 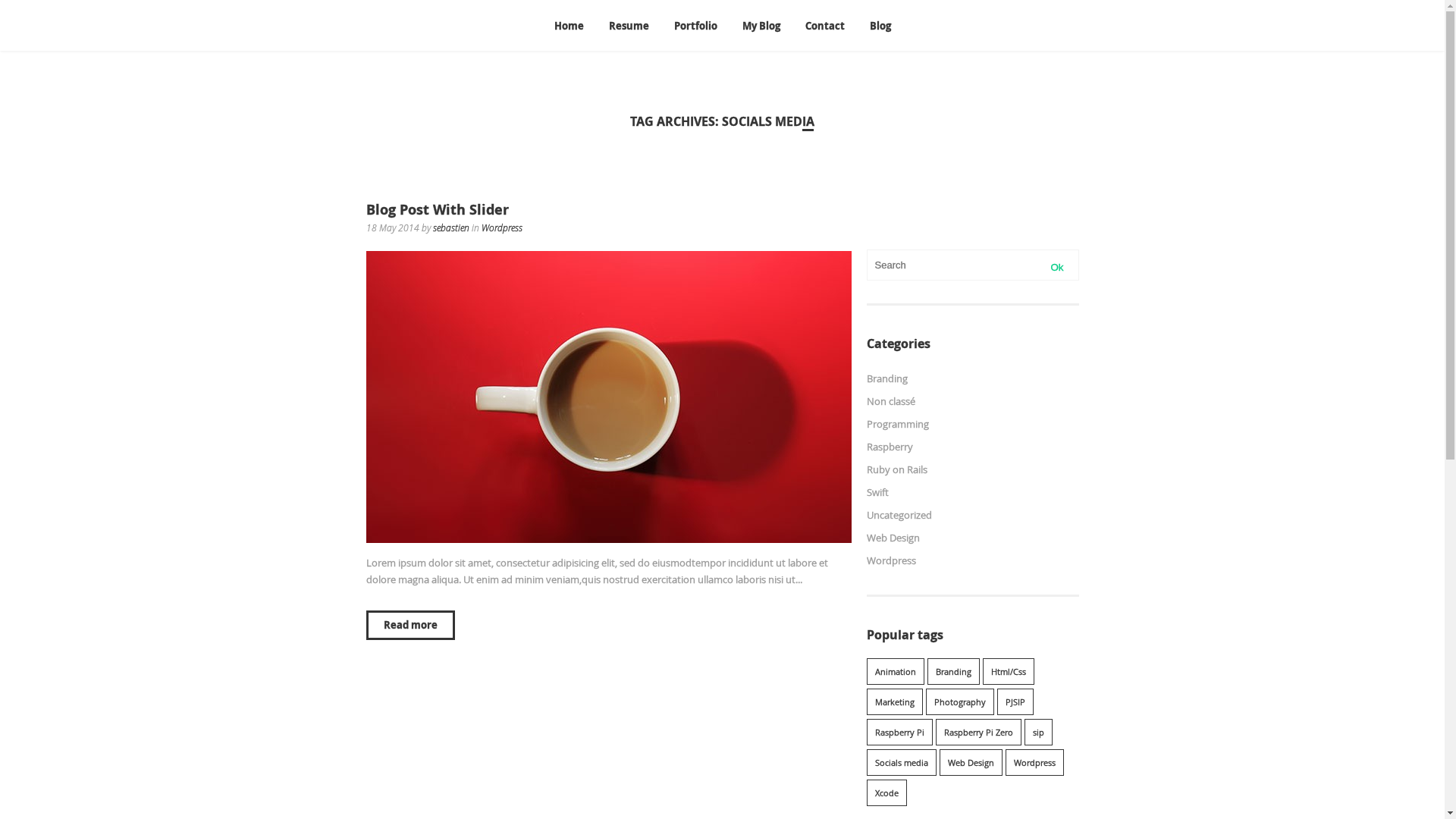 What do you see at coordinates (886, 377) in the screenshot?
I see `'Branding'` at bounding box center [886, 377].